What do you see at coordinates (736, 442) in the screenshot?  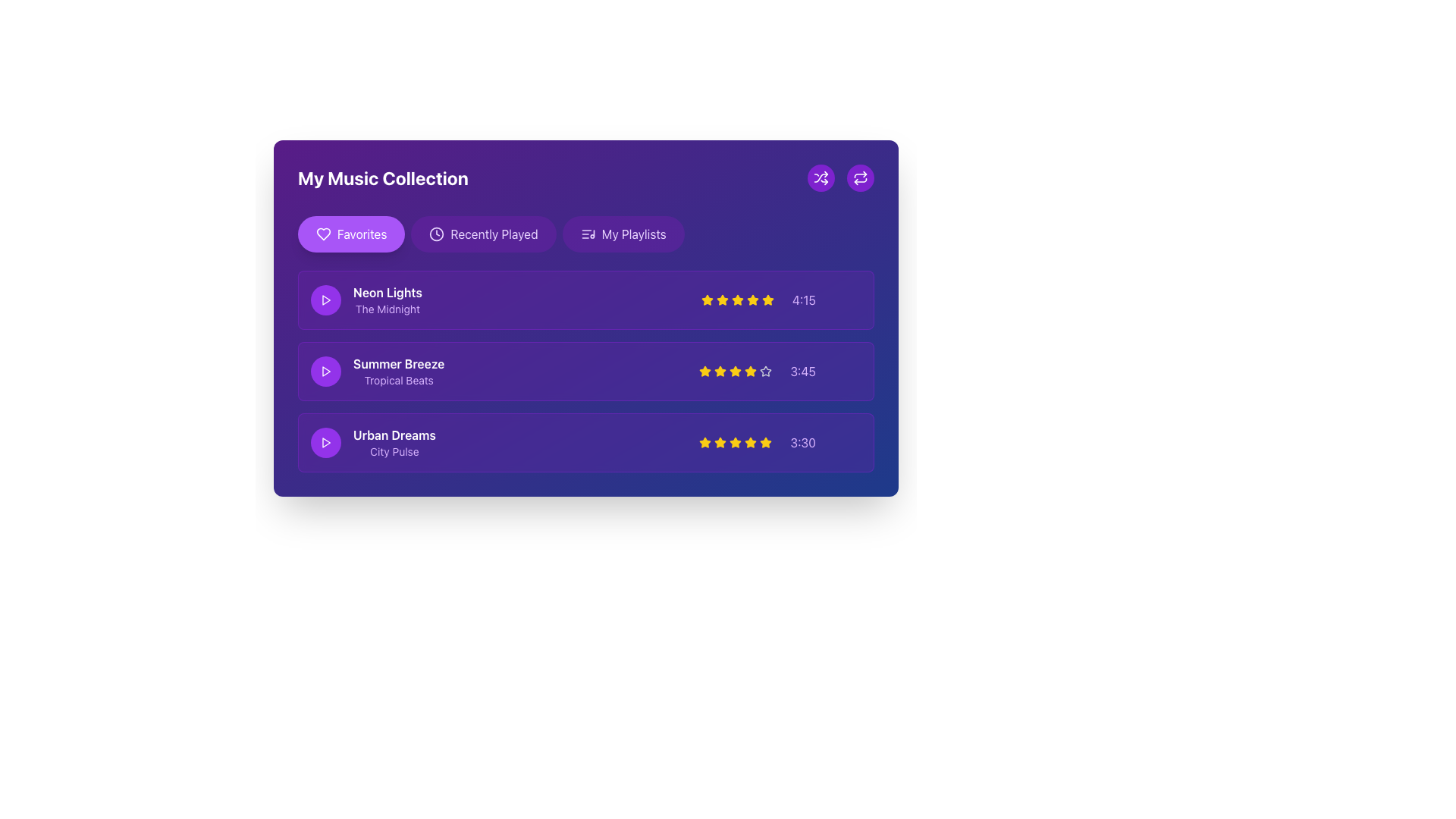 I see `the third yellow star icon in the rating set for the 'Urban Dreams' track` at bounding box center [736, 442].